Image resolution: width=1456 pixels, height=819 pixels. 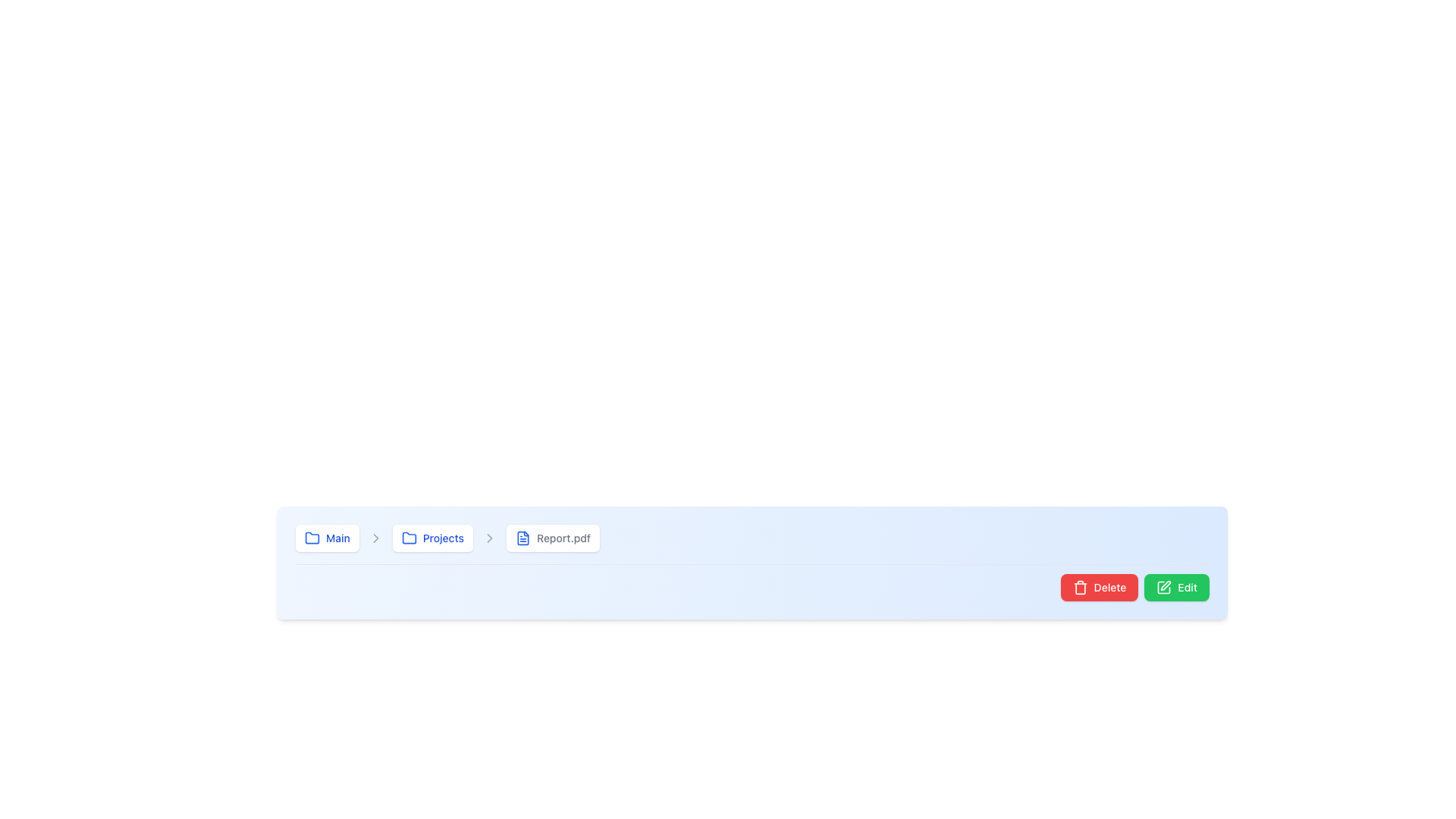 I want to click on the directional indicator icon in the breadcrumb navigation bar that separates 'Projects' and 'Report.pdf', so click(x=375, y=537).